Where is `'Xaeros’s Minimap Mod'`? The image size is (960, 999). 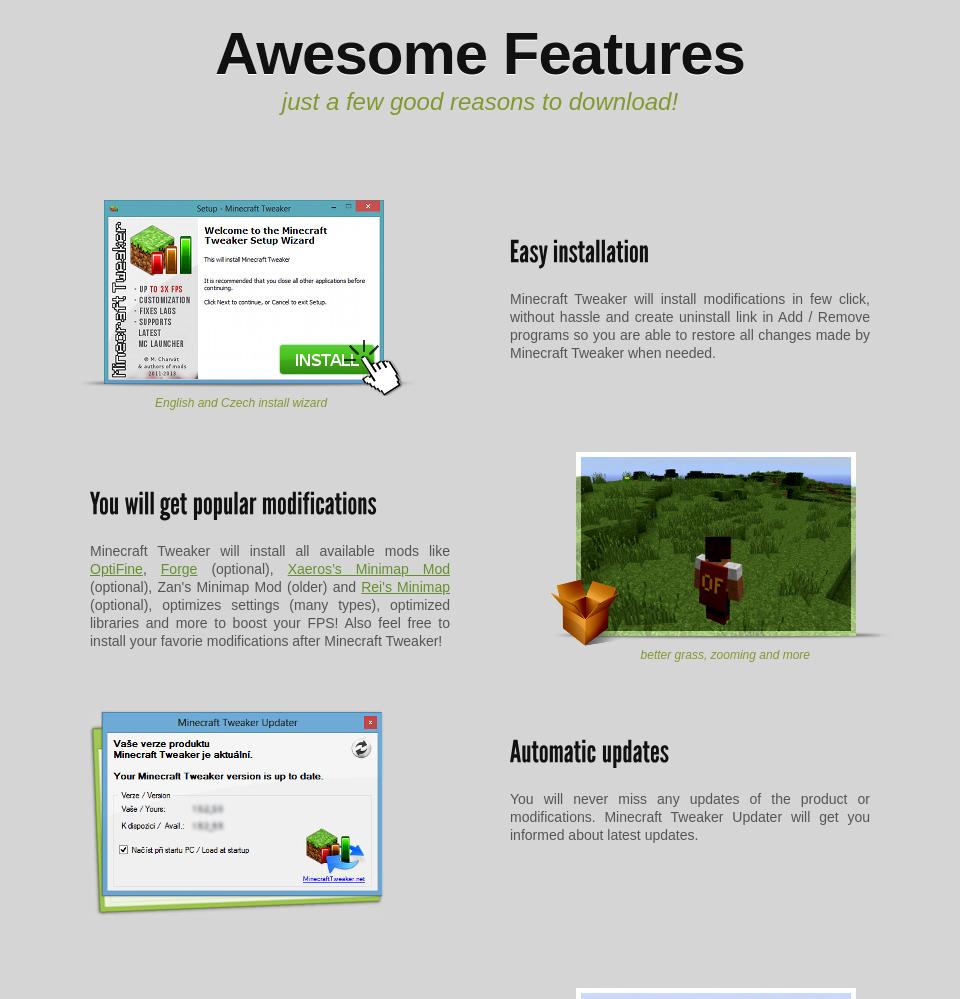
'Xaeros’s Minimap Mod' is located at coordinates (286, 569).